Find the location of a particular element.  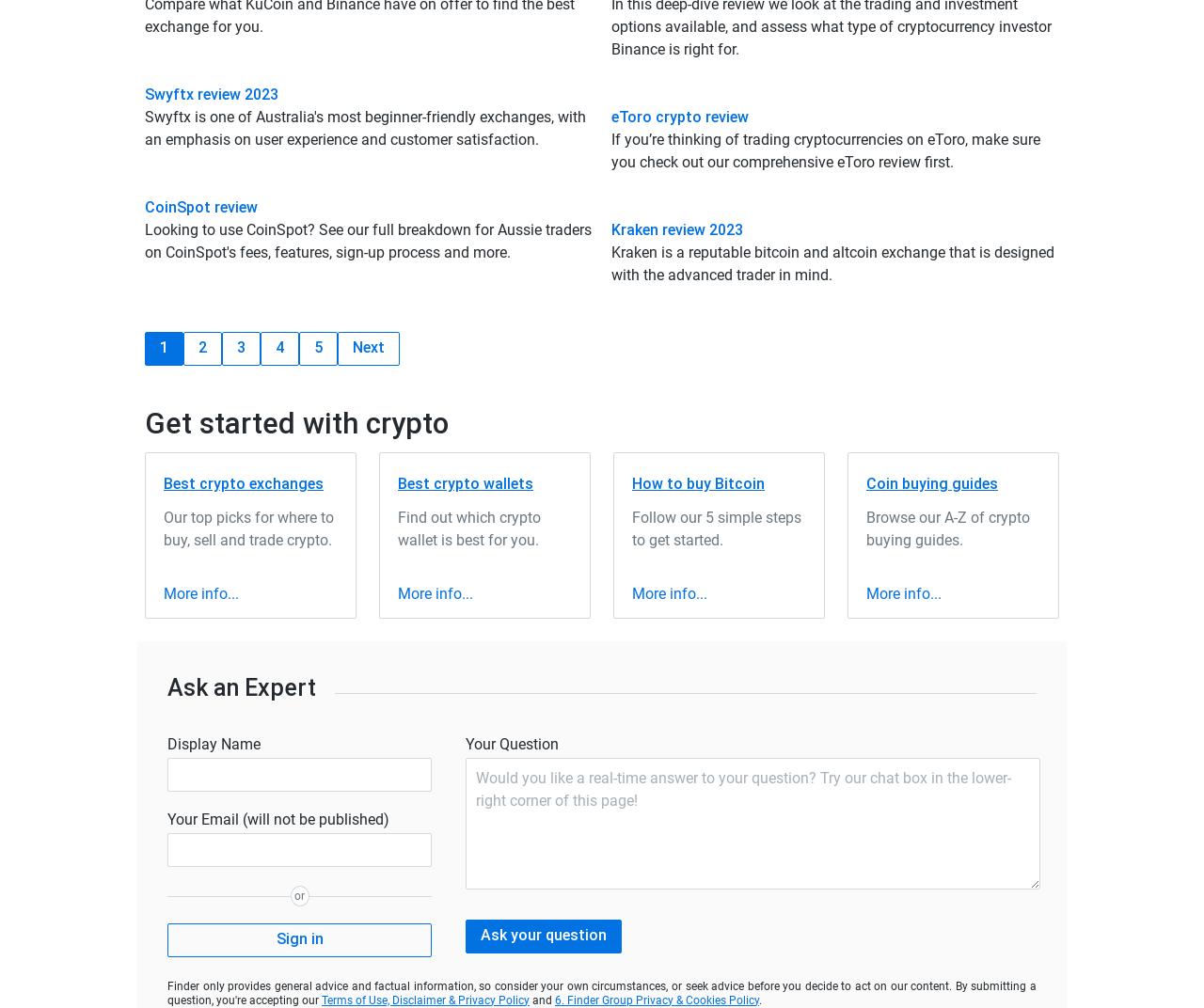

'Your Question' is located at coordinates (512, 743).